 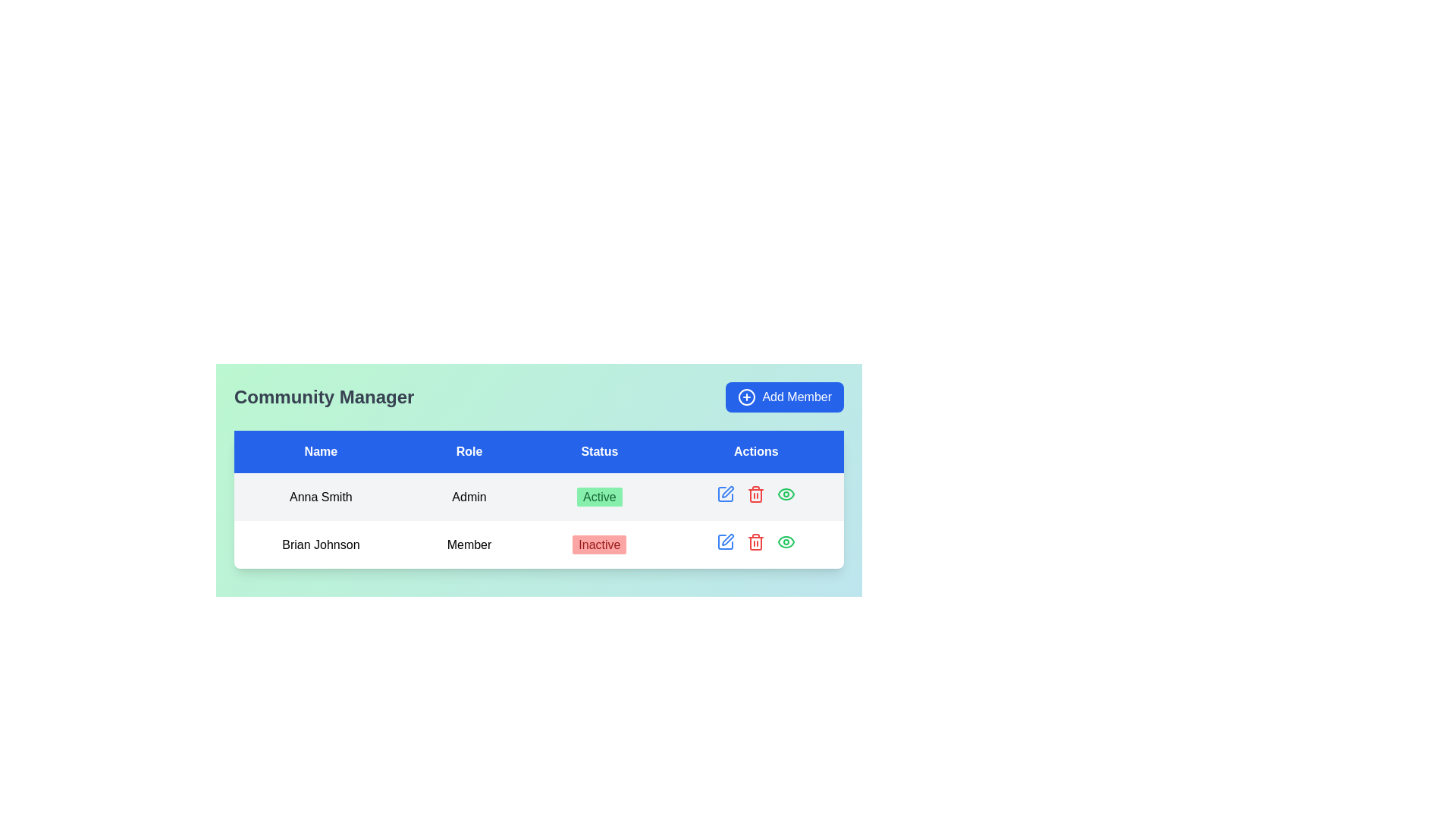 What do you see at coordinates (728, 491) in the screenshot?
I see `the edit icon resembling a pen or pencil located in the 'Actions' column of the second row corresponding to 'Brian Johnson's entry to initiate editing` at bounding box center [728, 491].